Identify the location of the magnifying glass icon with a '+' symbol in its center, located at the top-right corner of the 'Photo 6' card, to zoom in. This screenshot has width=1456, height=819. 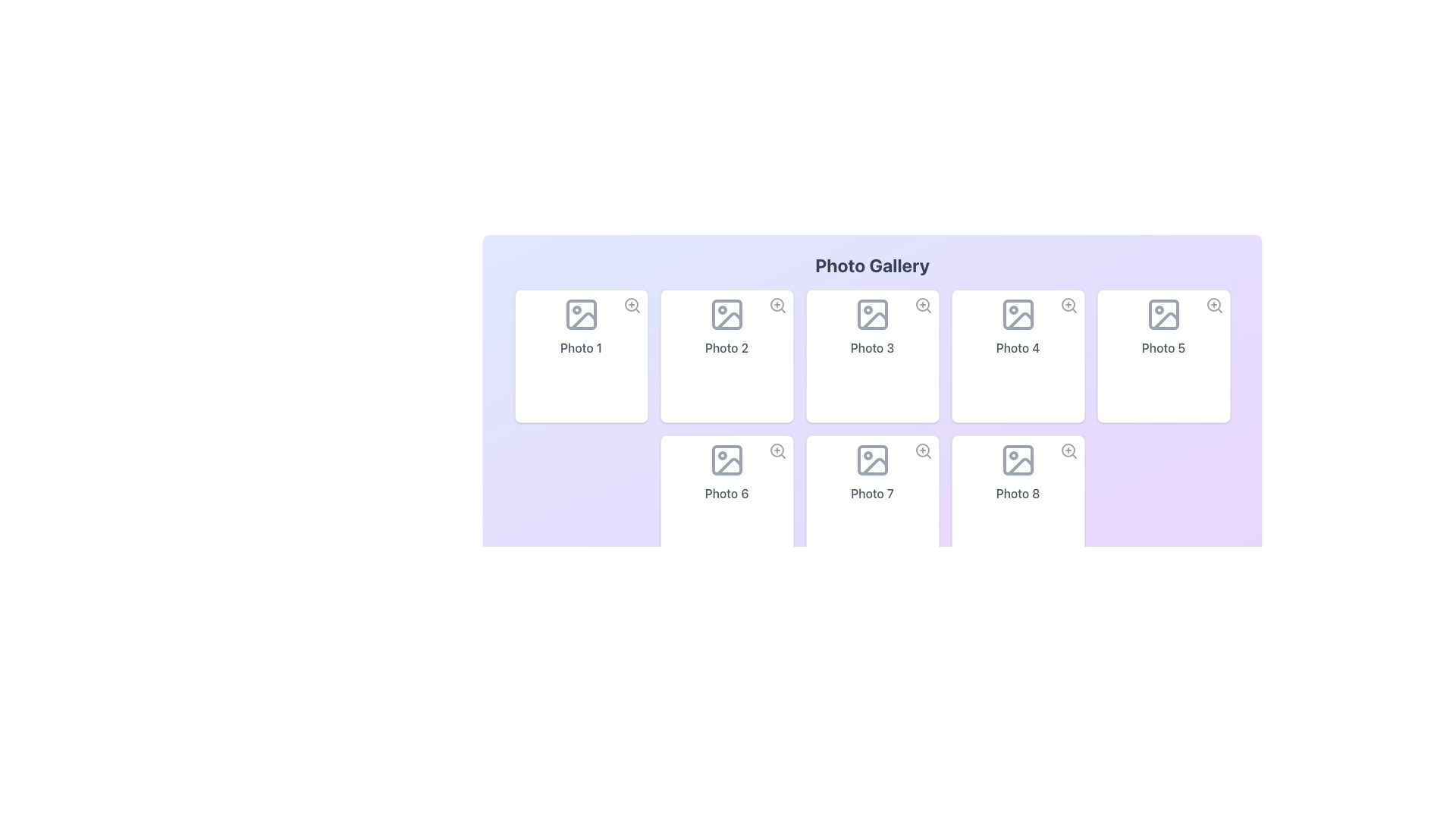
(777, 450).